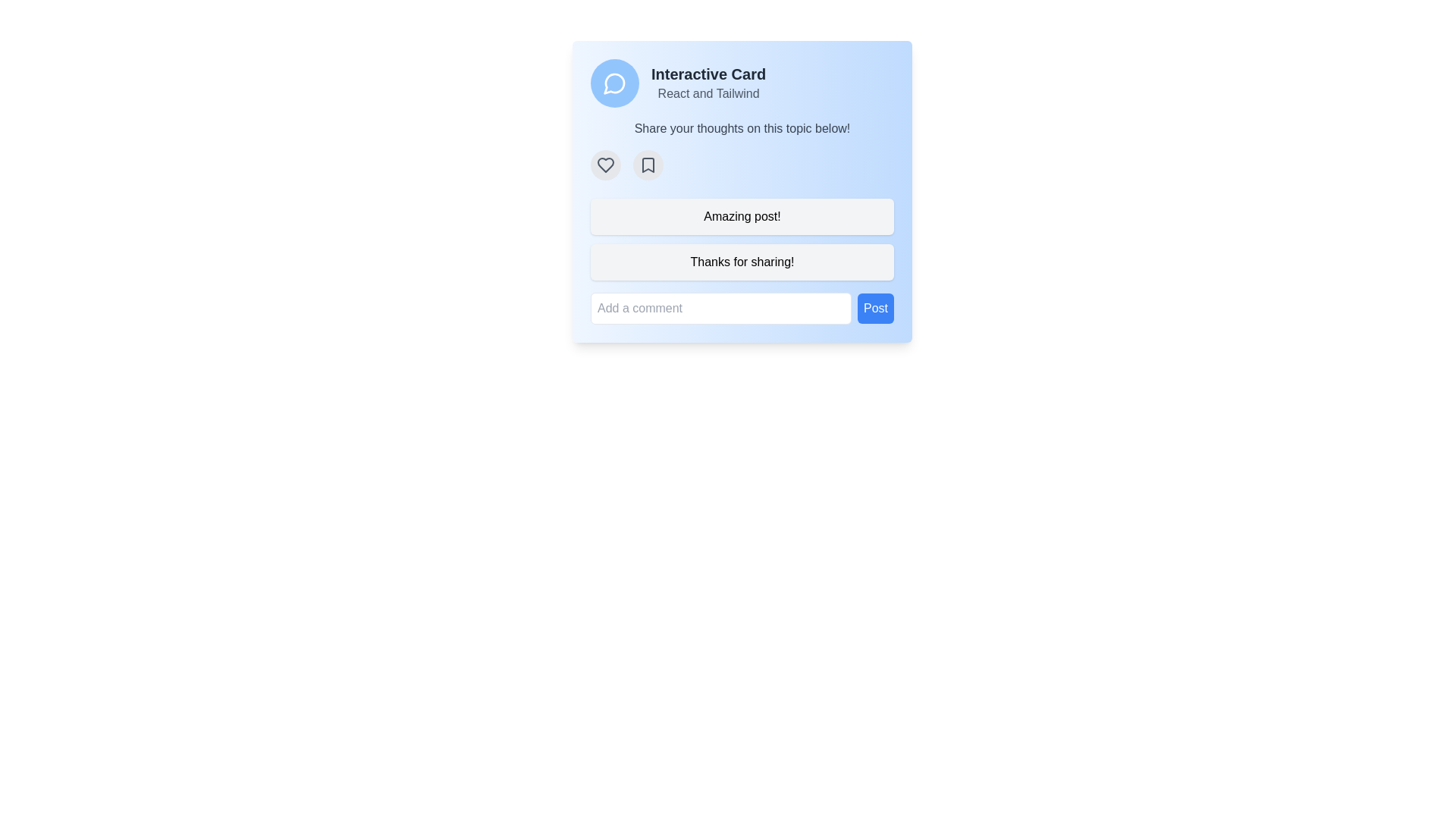  Describe the element at coordinates (604, 165) in the screenshot. I see `the 'Like' button located to the left of the bookmark icon in the horizontal group of circular icon buttons under the header 'Share your thoughts on this topic below!'` at that location.